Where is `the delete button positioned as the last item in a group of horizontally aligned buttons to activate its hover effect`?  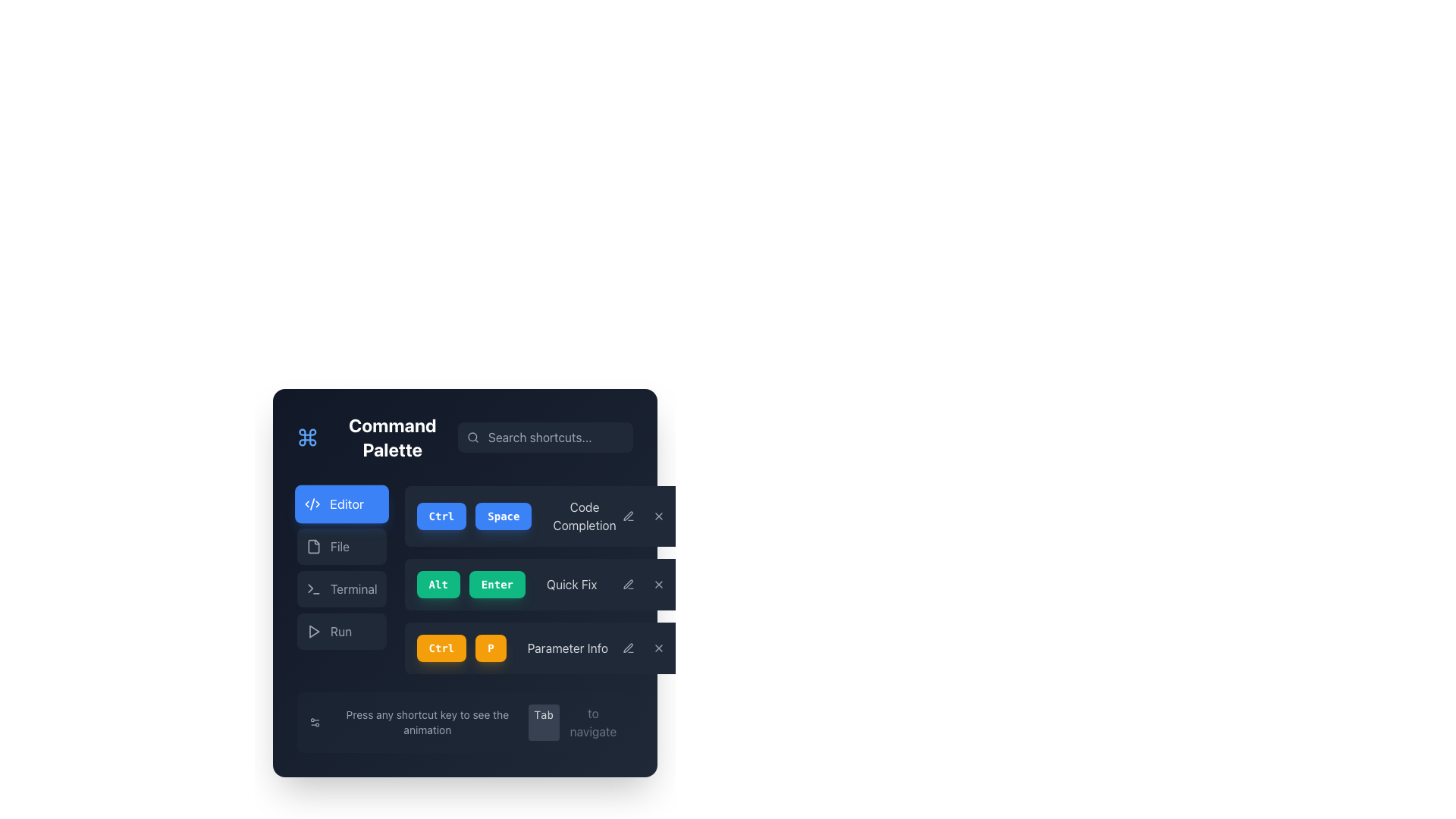 the delete button positioned as the last item in a group of horizontally aligned buttons to activate its hover effect is located at coordinates (658, 584).